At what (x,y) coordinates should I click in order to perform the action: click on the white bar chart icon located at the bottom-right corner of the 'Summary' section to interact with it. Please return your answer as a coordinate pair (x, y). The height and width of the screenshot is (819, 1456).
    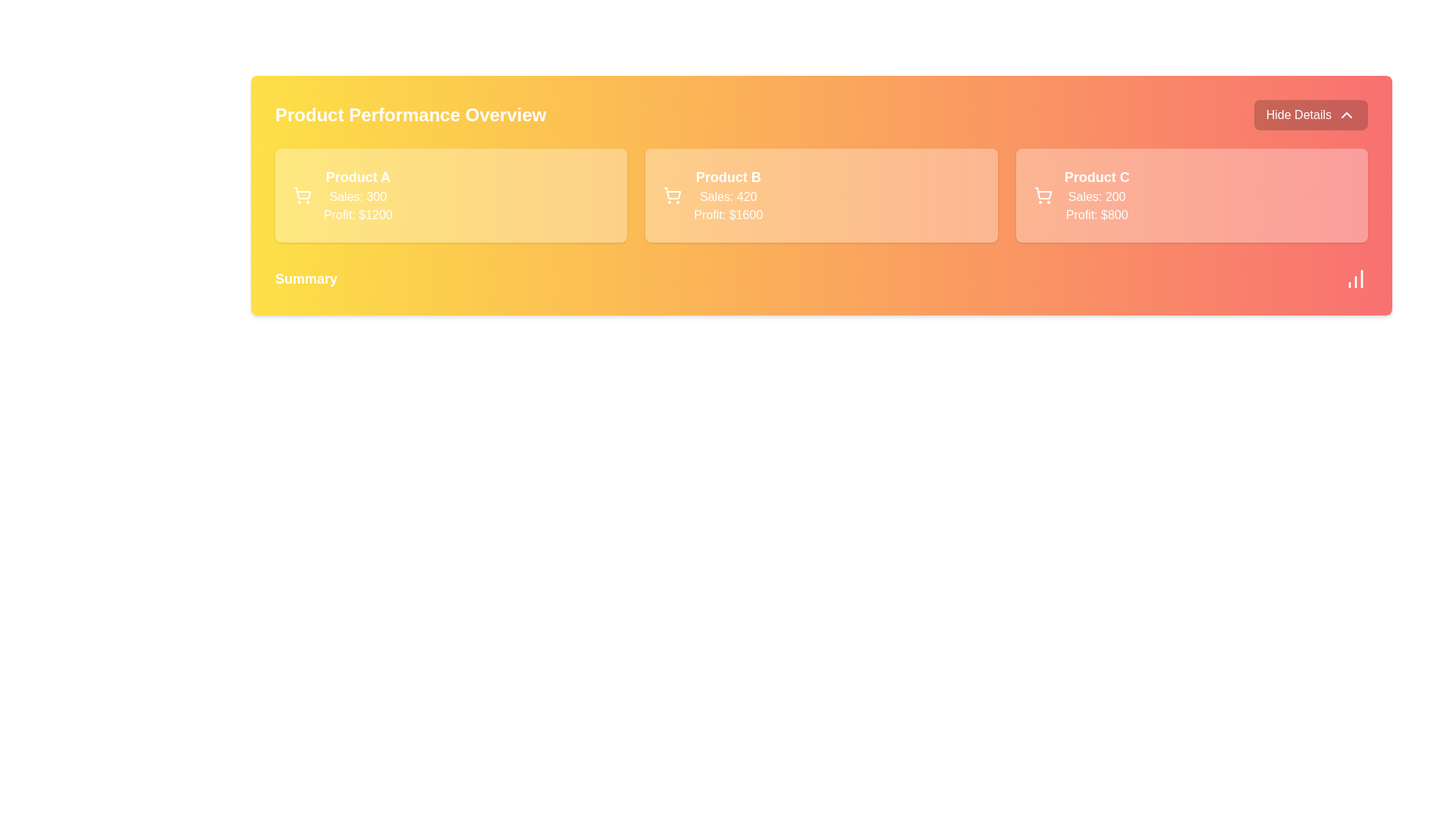
    Looking at the image, I should click on (1356, 278).